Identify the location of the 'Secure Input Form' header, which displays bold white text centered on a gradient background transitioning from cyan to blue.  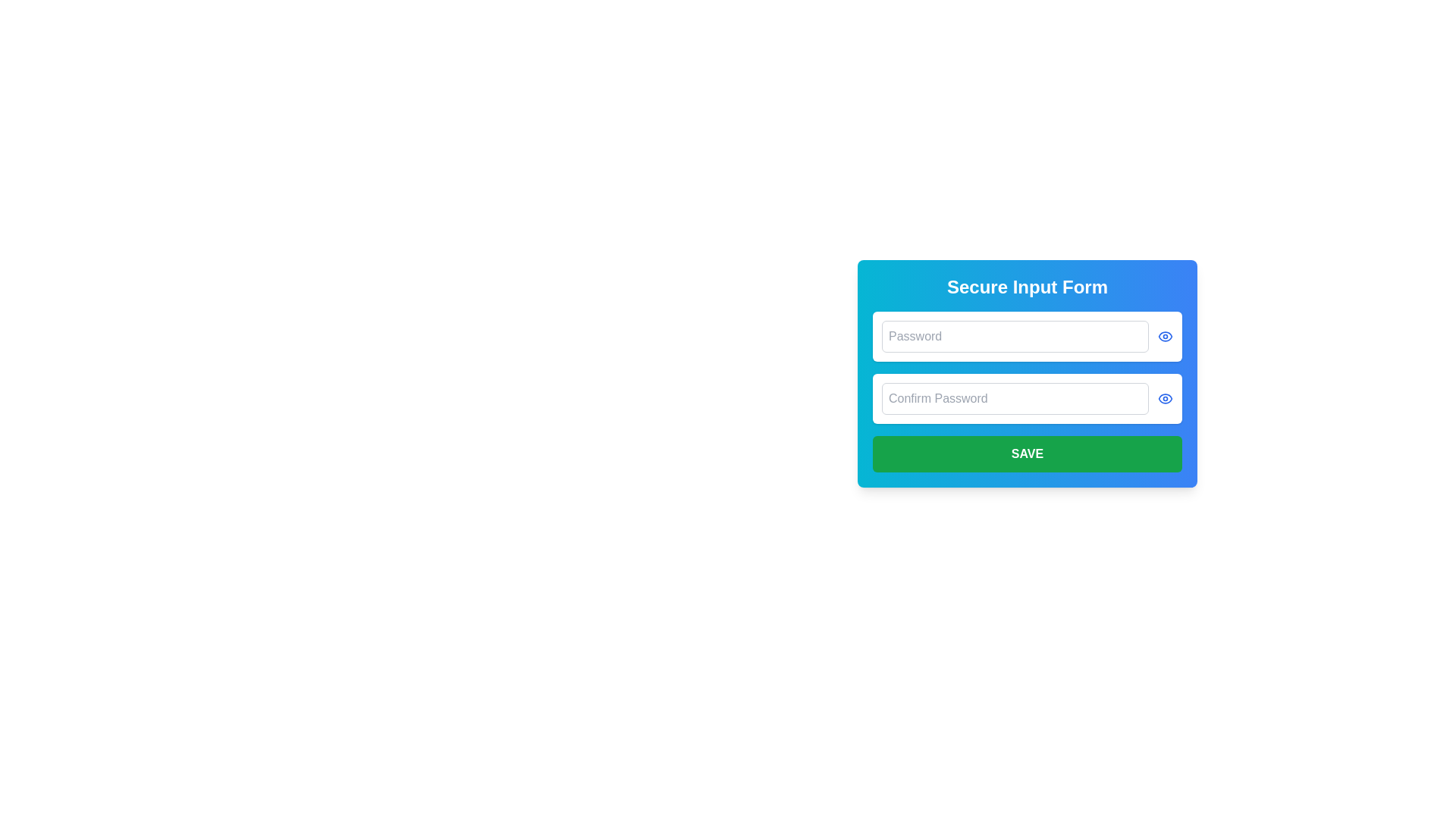
(1027, 287).